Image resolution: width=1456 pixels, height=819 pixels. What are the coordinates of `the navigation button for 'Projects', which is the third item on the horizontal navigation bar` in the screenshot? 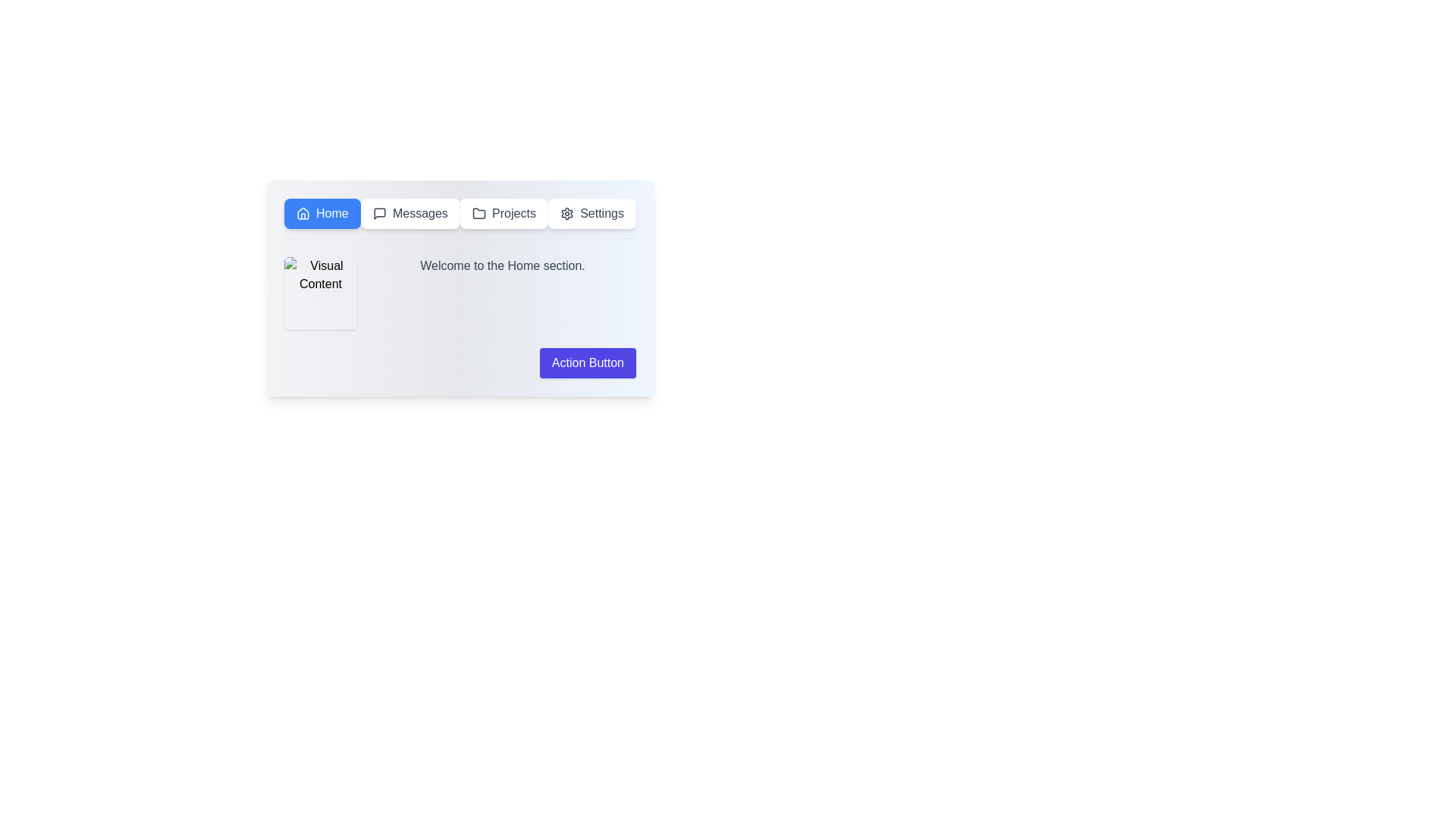 It's located at (504, 213).